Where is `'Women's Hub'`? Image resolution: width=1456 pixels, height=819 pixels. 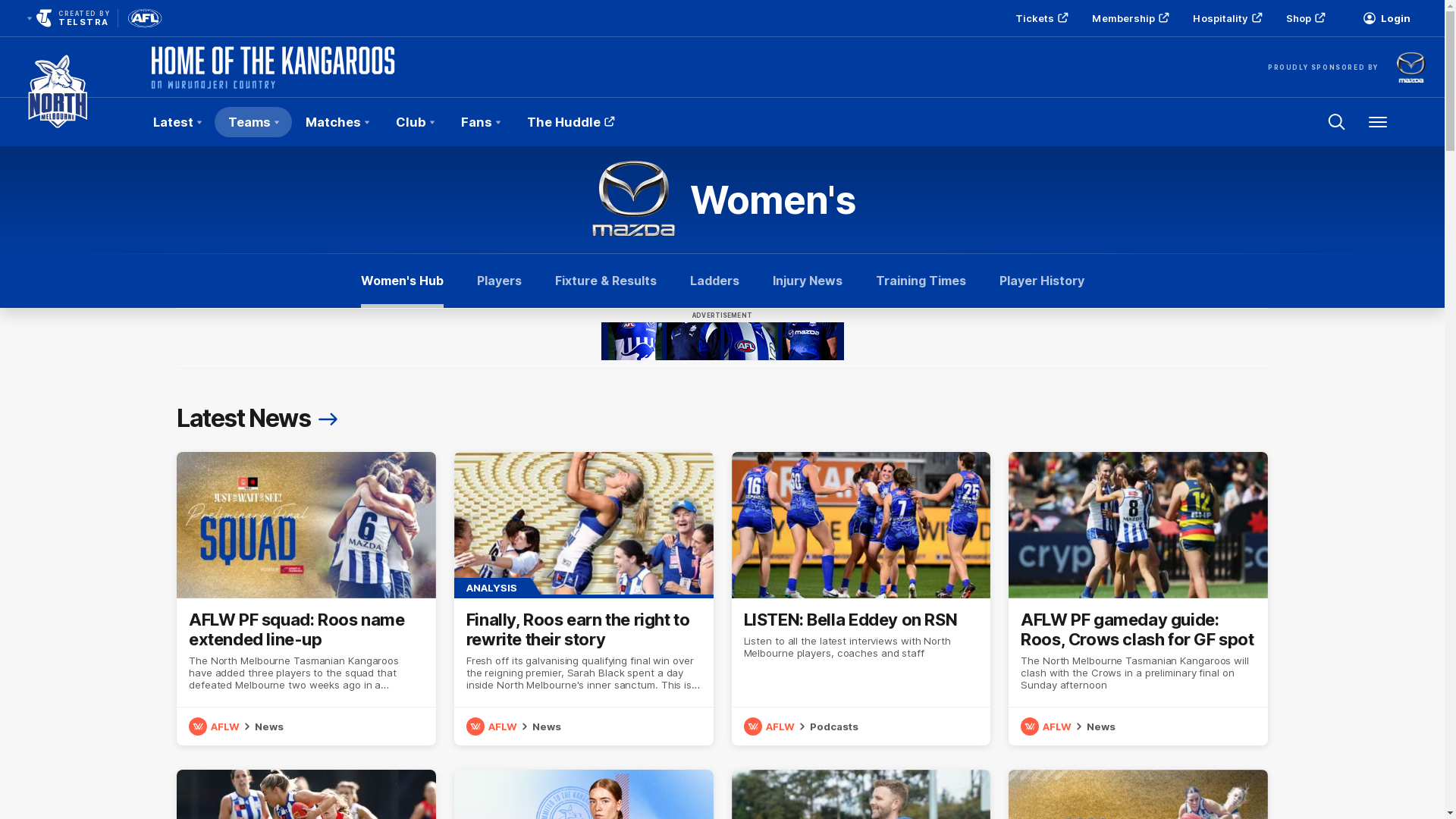 'Women's Hub' is located at coordinates (402, 281).